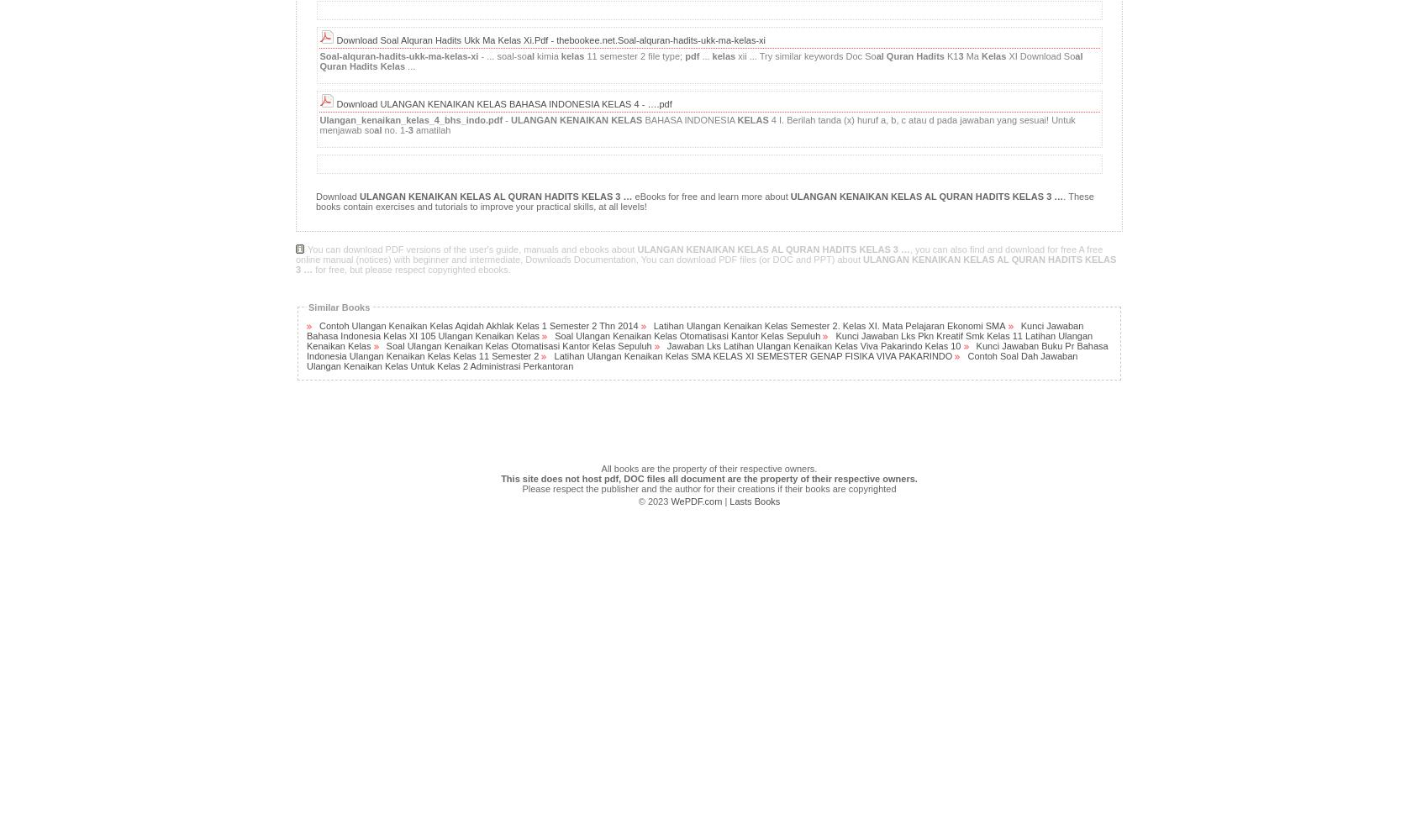  I want to click on 'This site does not host pdf, DOC files all document are the property of their respective owners.', so click(708, 477).